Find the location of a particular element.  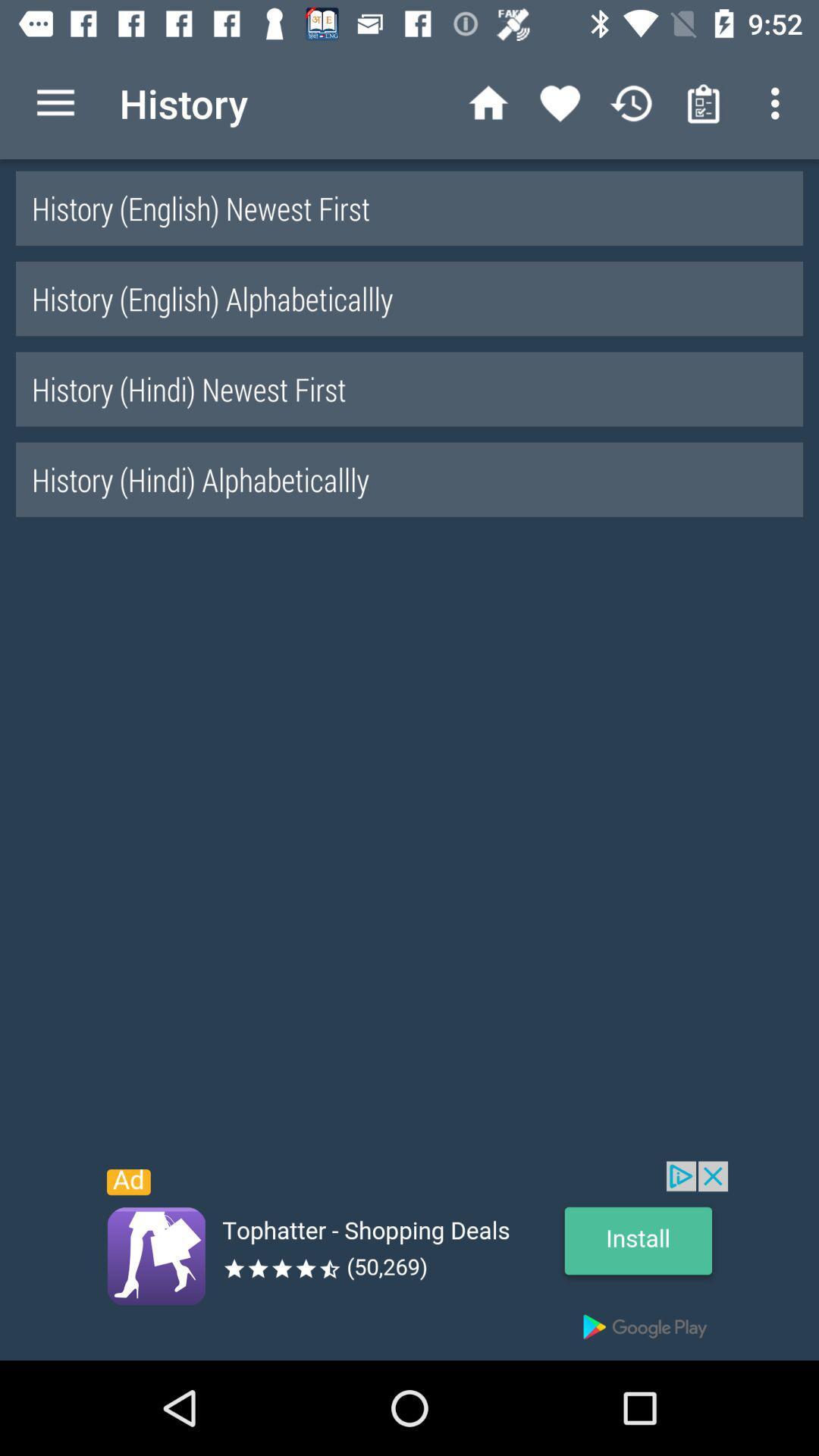

space where you access advertising is located at coordinates (409, 1260).